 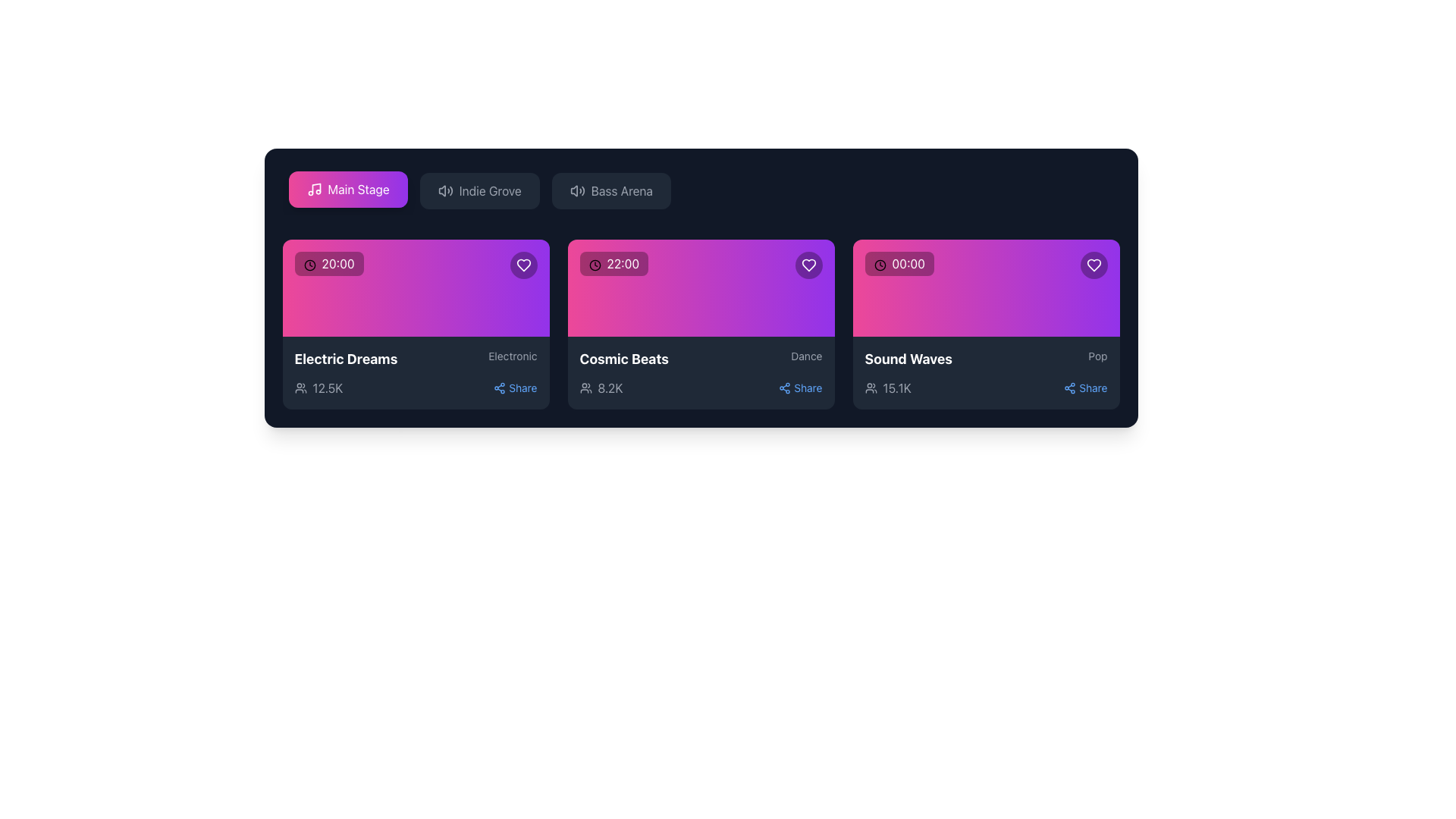 I want to click on the heart icon button located at the top-right corner of the 'Electric Dreams' card, so click(x=523, y=265).